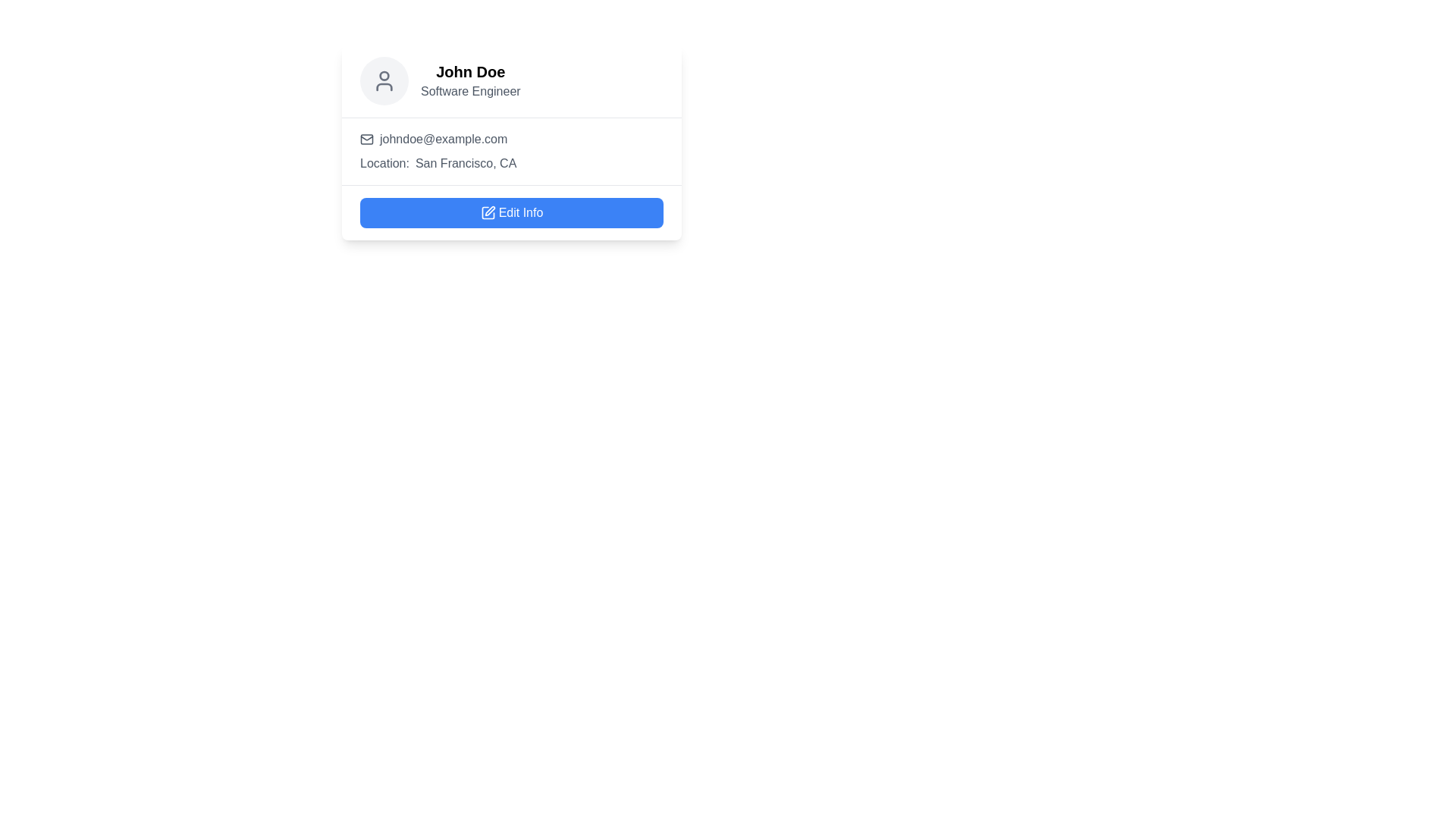 This screenshot has height=819, width=1456. What do you see at coordinates (488, 213) in the screenshot?
I see `the editing icon located to the left of the 'Edit Info' text within the blue button at the bottom of the user profile section` at bounding box center [488, 213].